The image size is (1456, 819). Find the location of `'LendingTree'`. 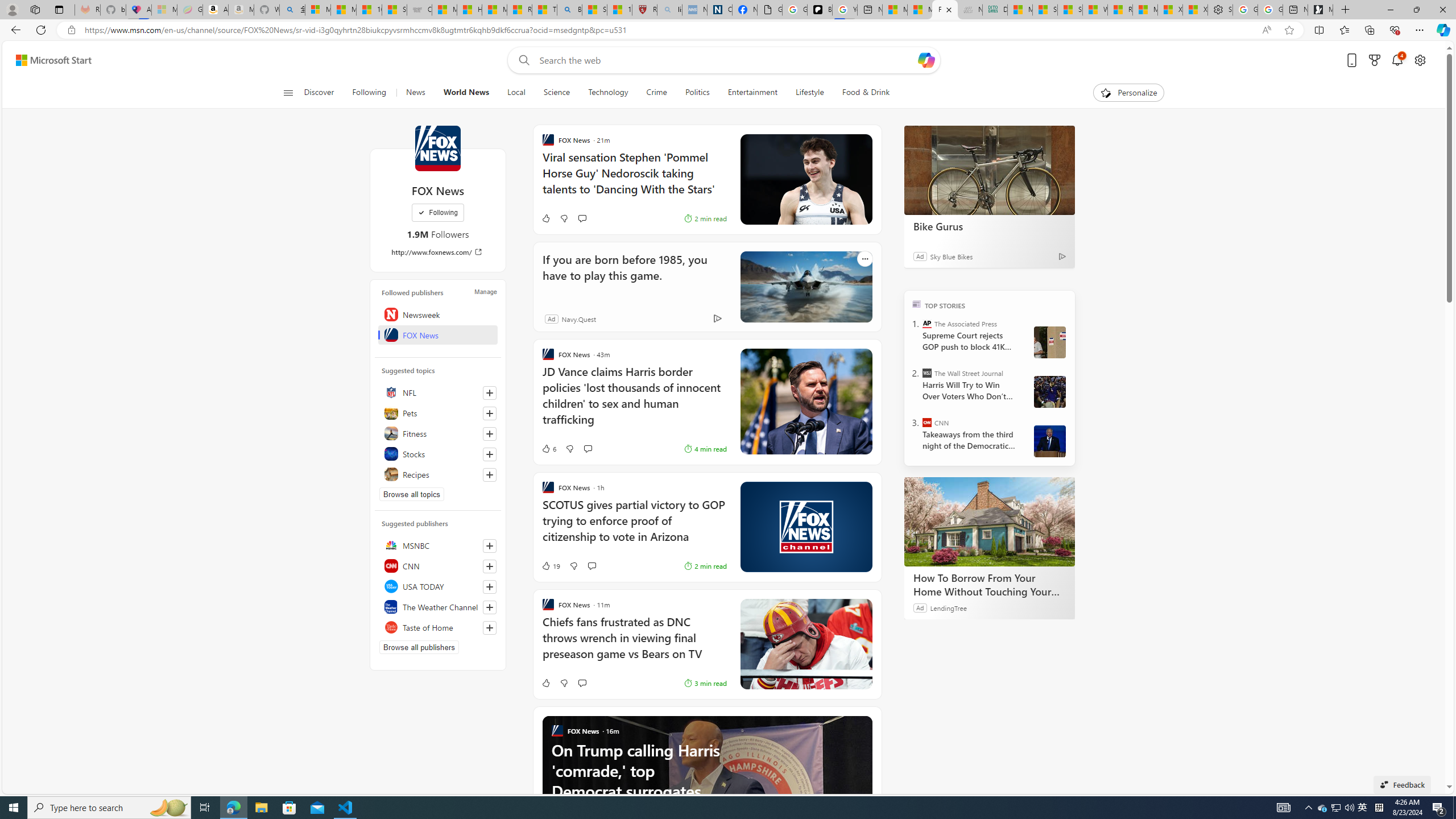

'LendingTree' is located at coordinates (948, 607).